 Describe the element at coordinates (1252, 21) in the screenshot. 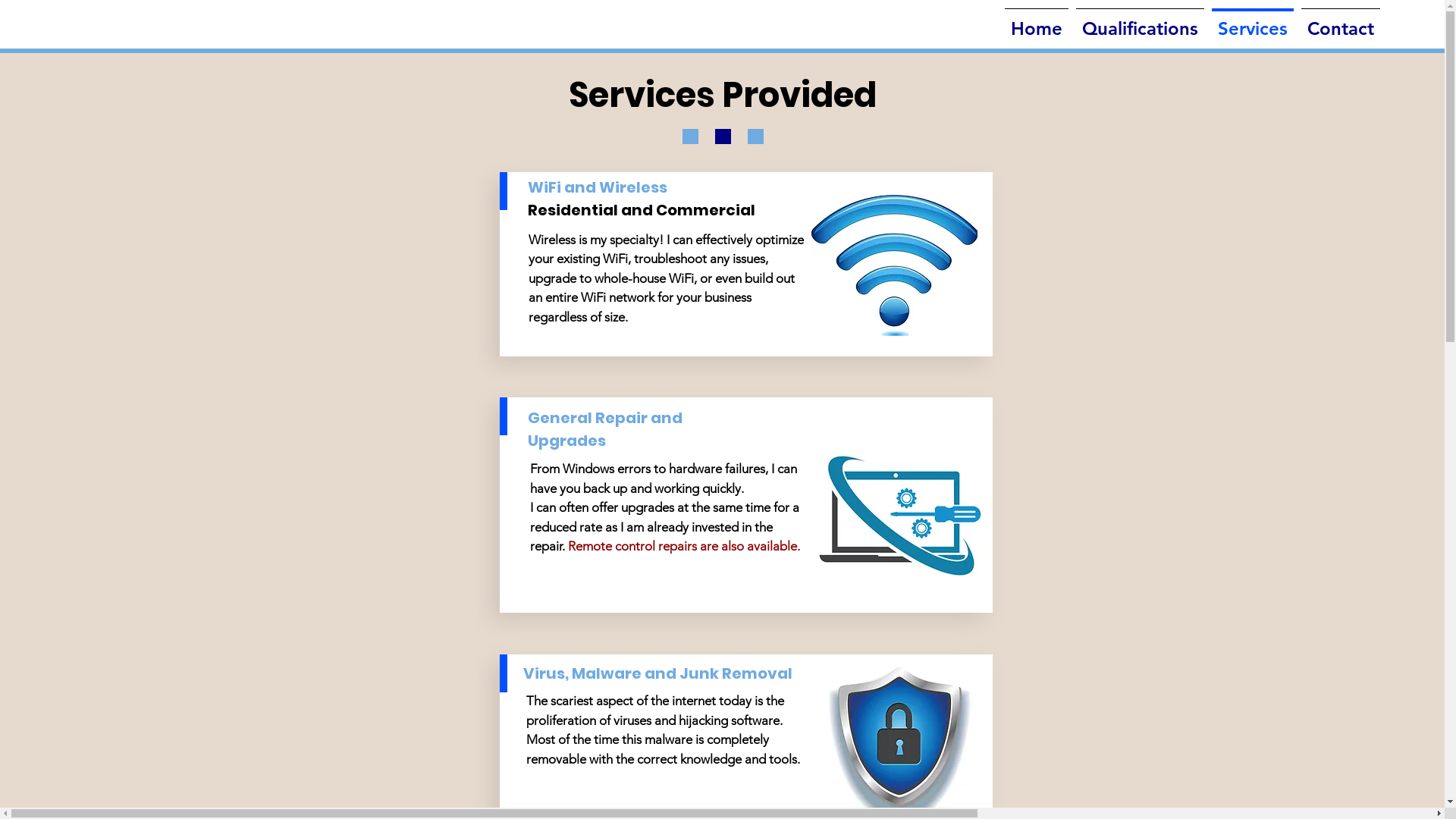

I see `'Services'` at that location.